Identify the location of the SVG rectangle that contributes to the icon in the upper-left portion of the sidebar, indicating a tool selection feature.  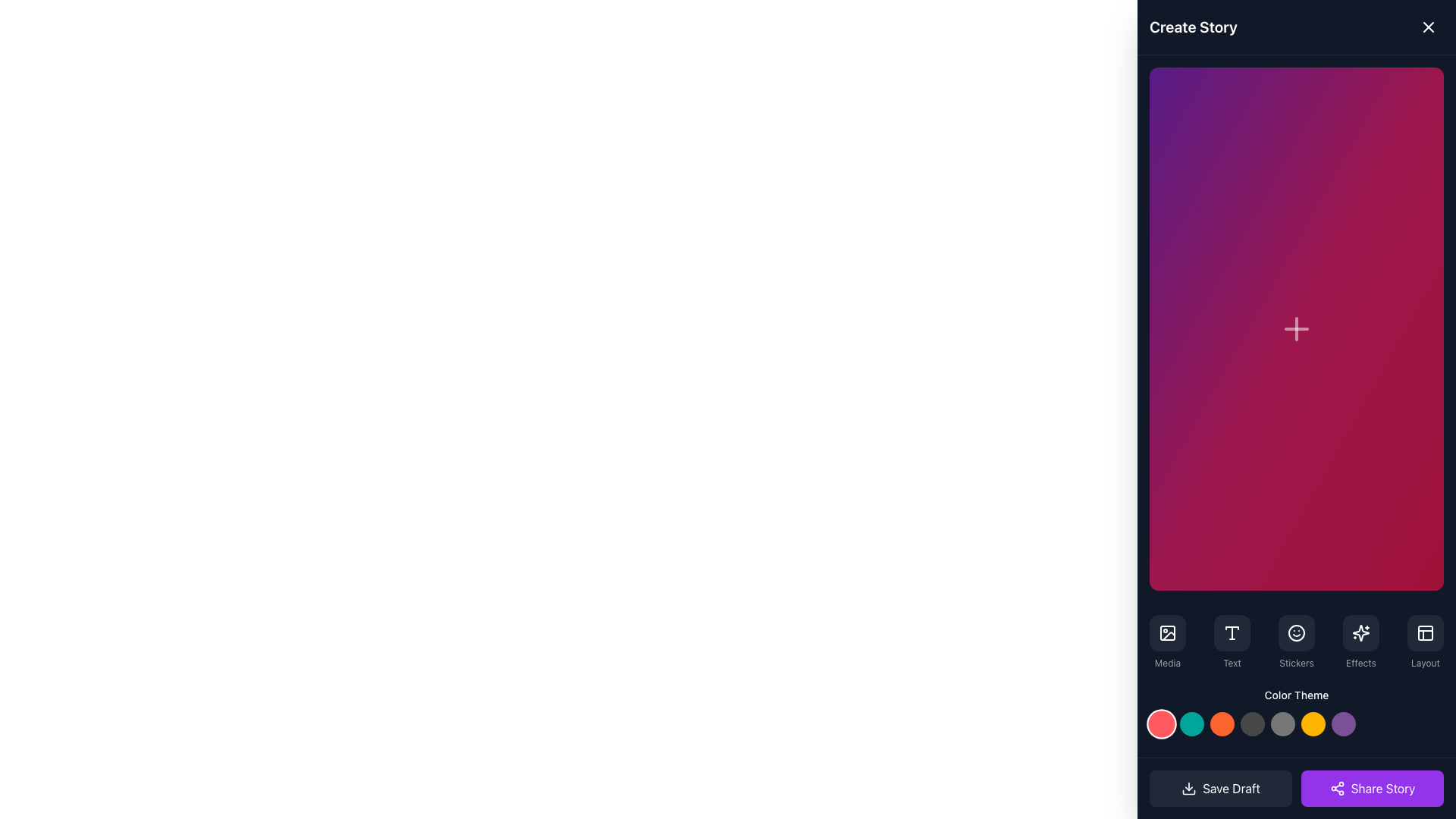
(1425, 632).